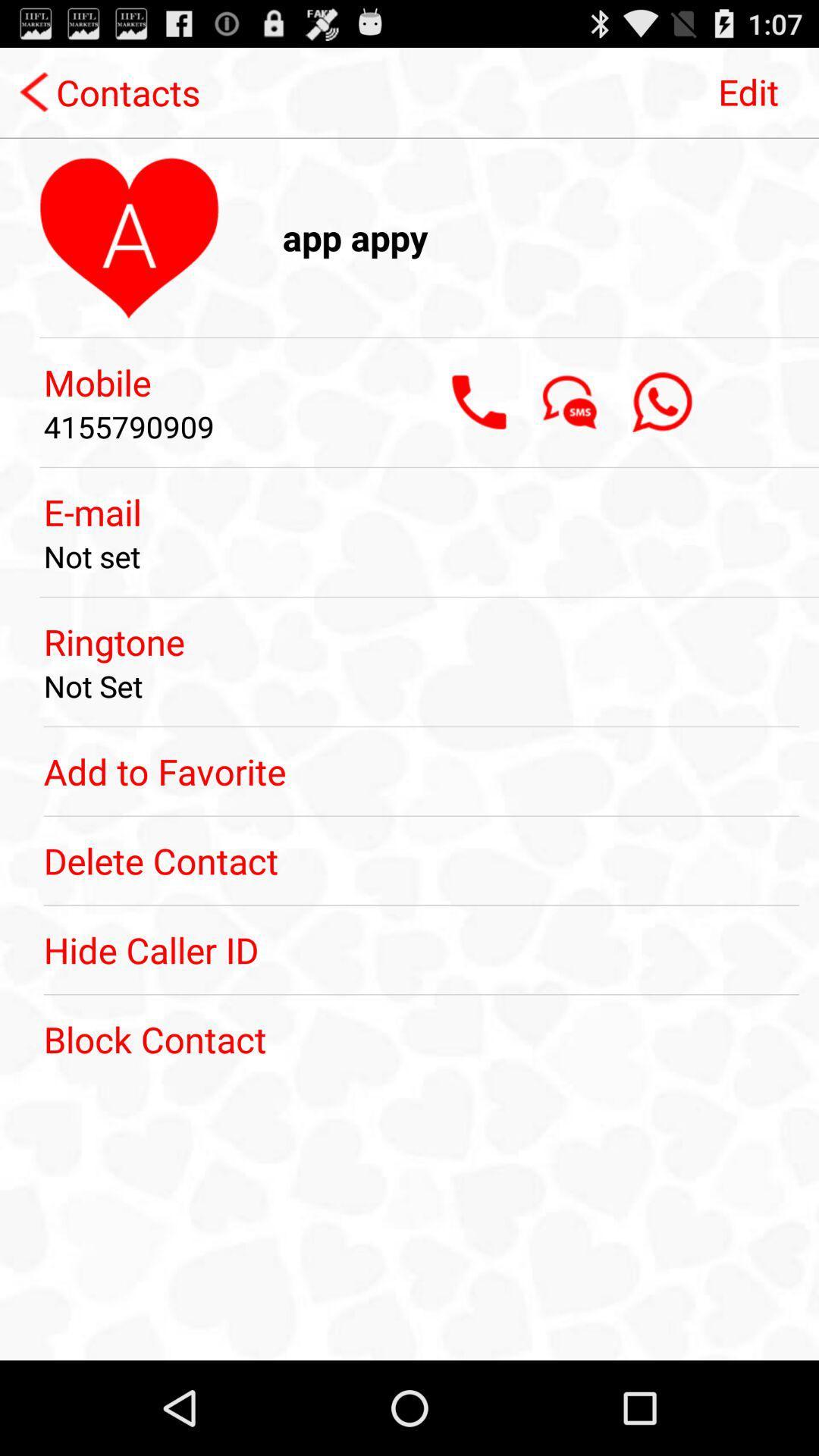 Image resolution: width=819 pixels, height=1456 pixels. Describe the element at coordinates (570, 429) in the screenshot. I see `the chat icon` at that location.